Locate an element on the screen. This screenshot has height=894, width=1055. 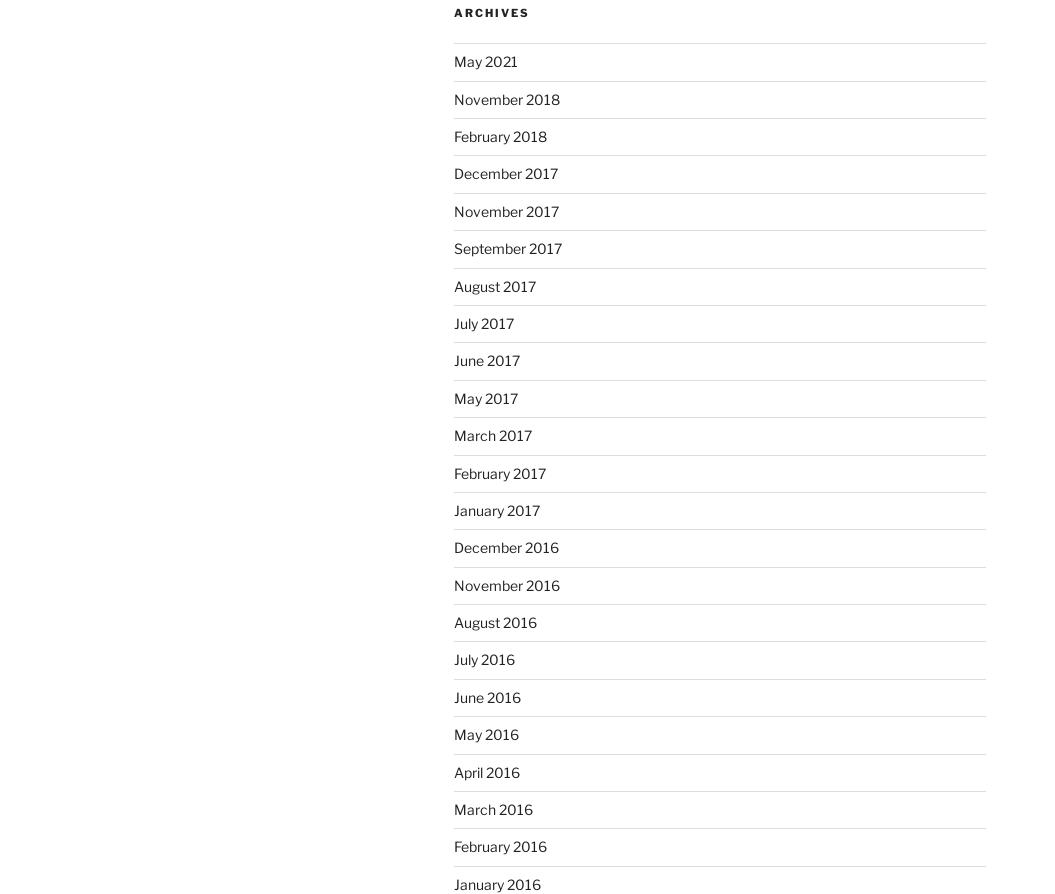
'February 2016' is located at coordinates (500, 845).